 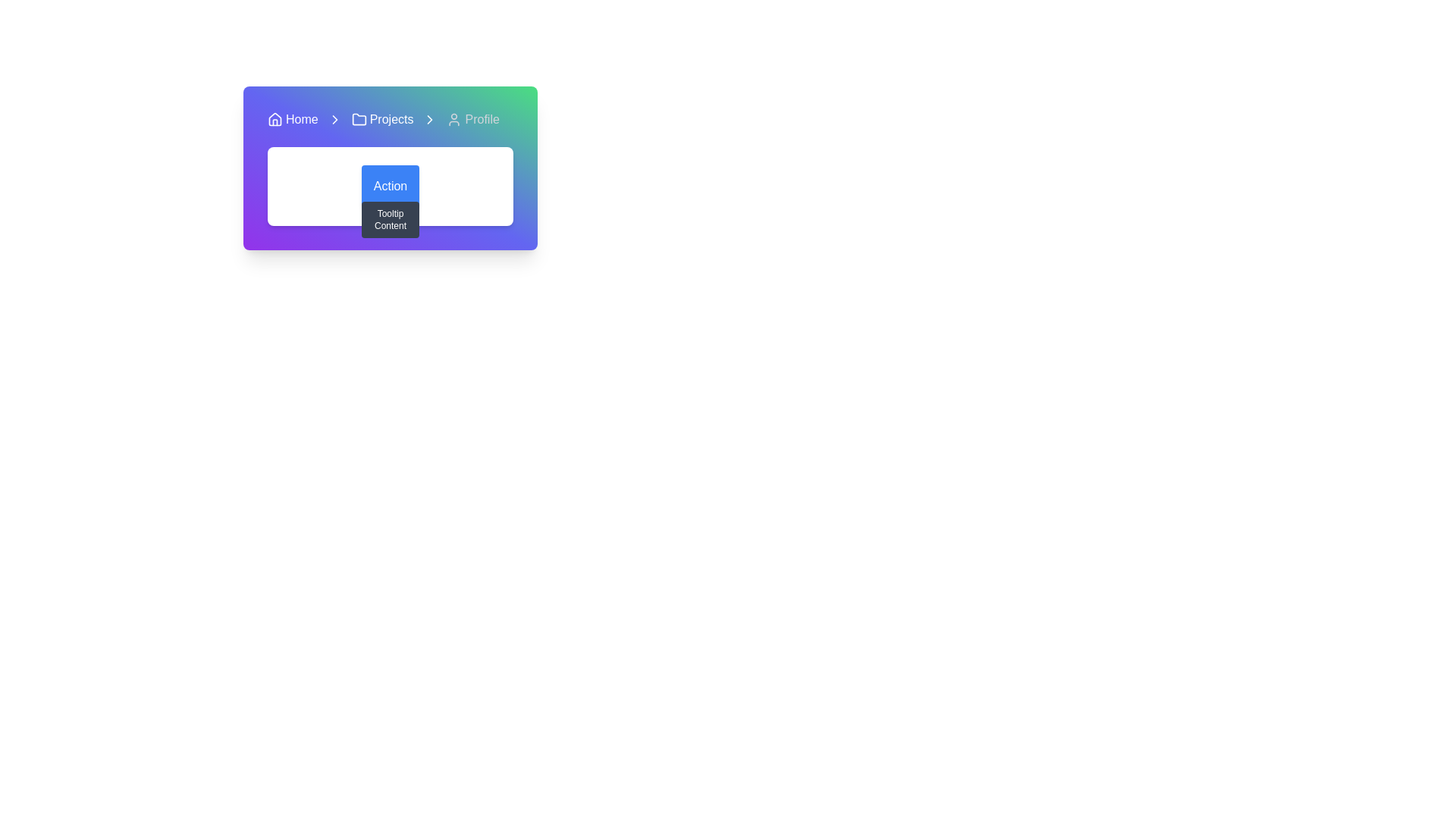 I want to click on the folder icon located to the left of the 'Projects' menu item in the horizontal navigation bar, so click(x=358, y=119).